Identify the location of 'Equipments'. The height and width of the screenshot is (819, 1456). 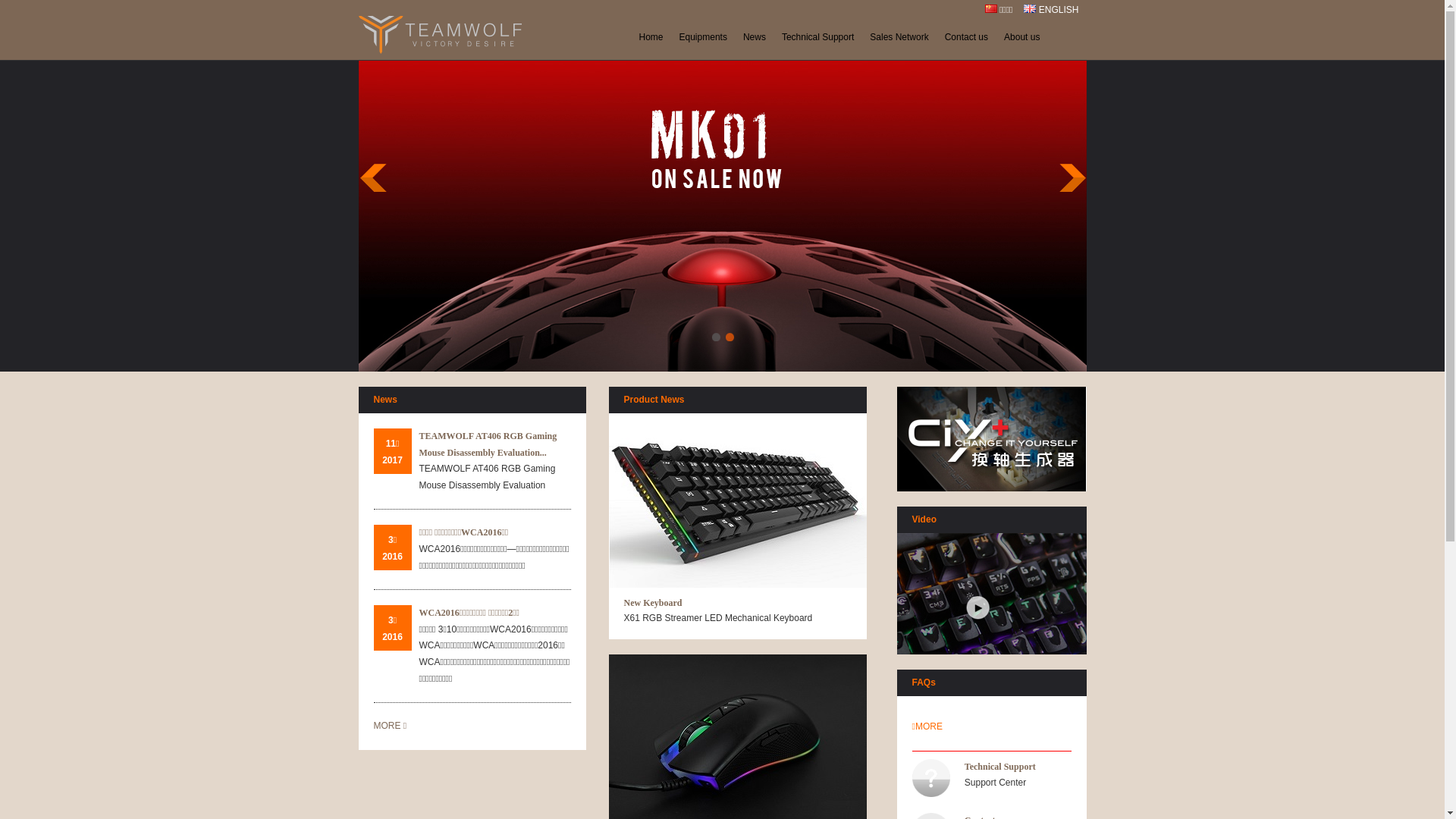
(702, 36).